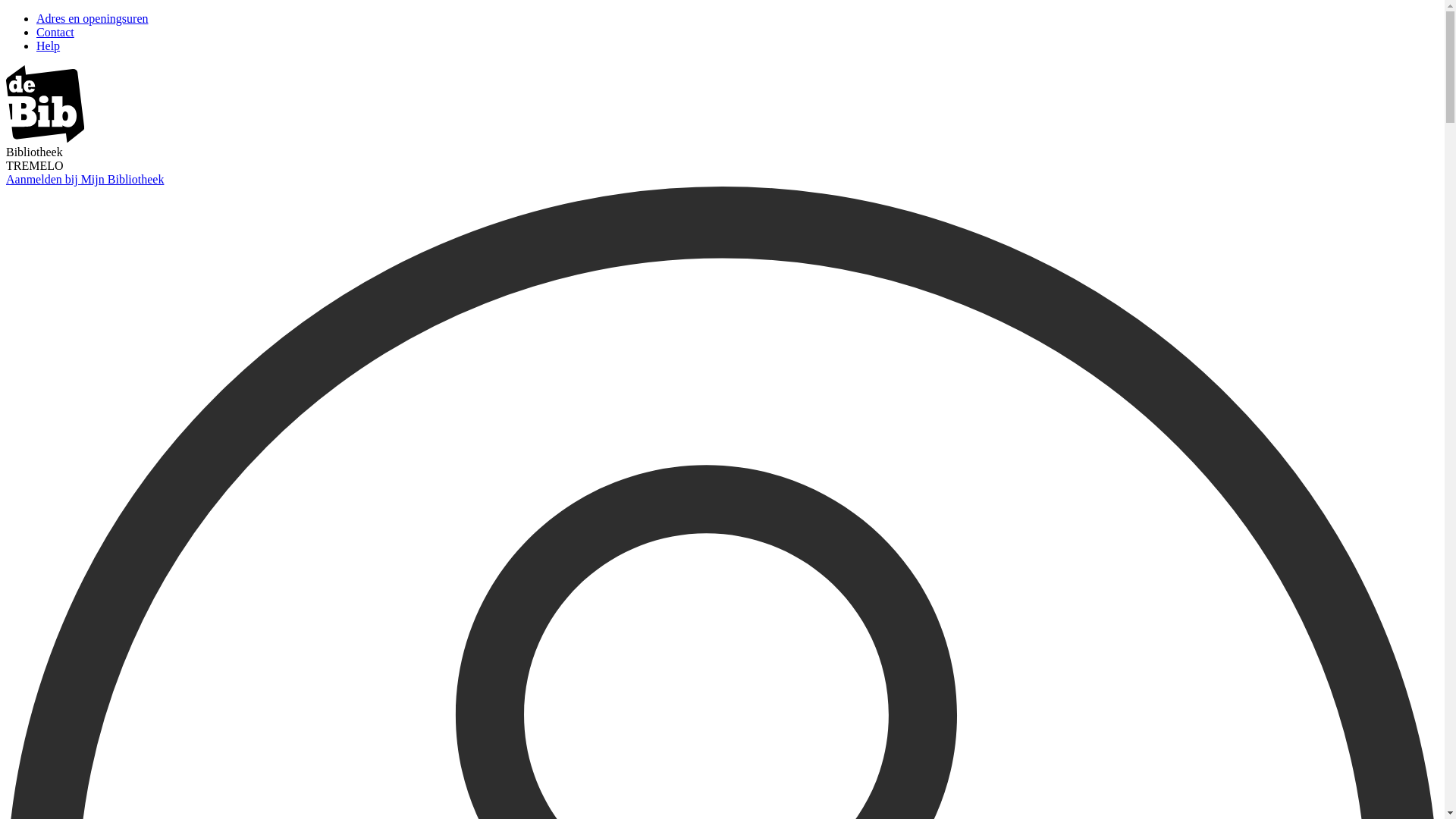  Describe the element at coordinates (83, 178) in the screenshot. I see `'Aanmelden bij Mijn Bibliotheek'` at that location.